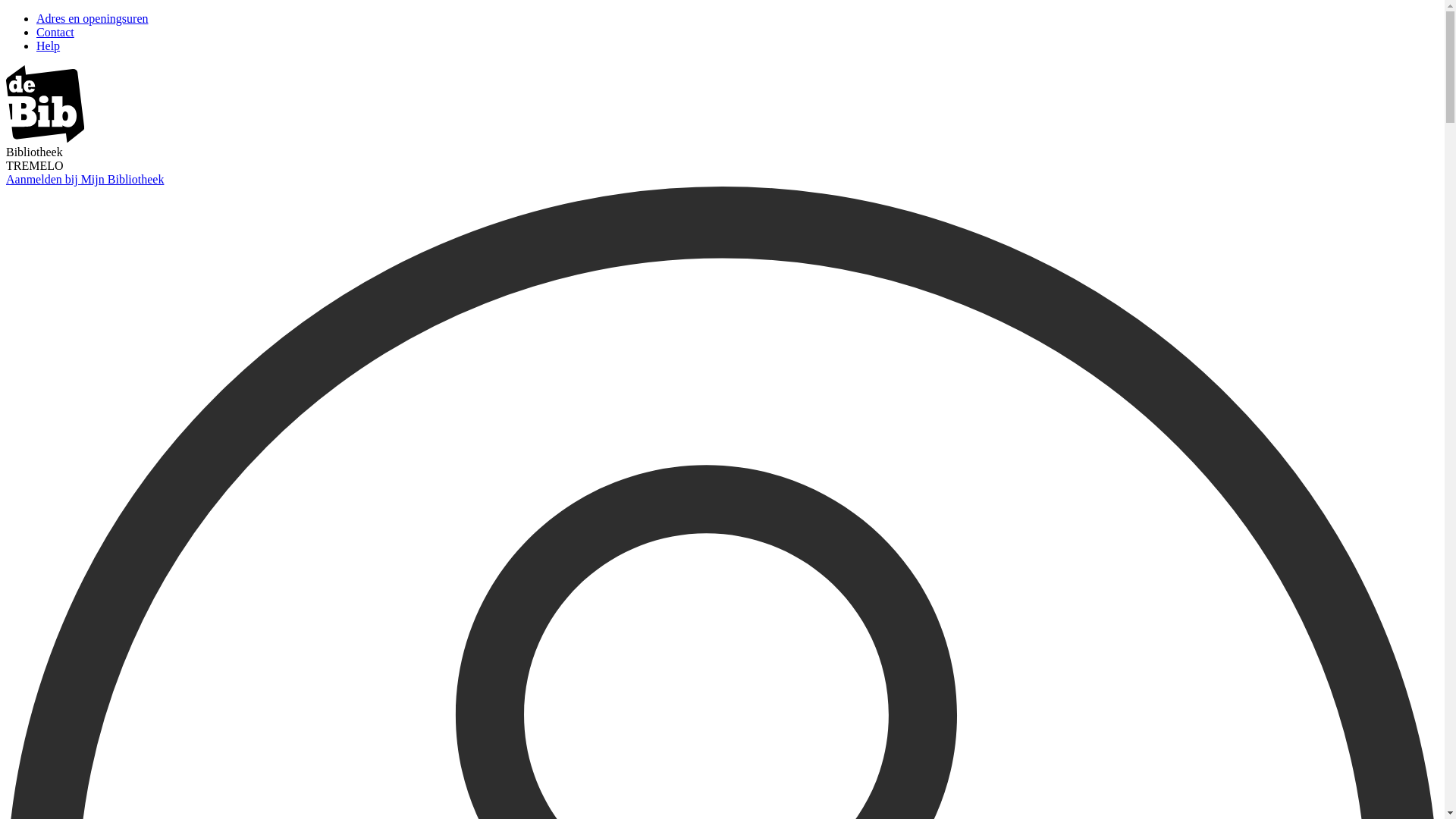  Describe the element at coordinates (83, 178) in the screenshot. I see `'Aanmelden bij Mijn Bibliotheek'` at that location.